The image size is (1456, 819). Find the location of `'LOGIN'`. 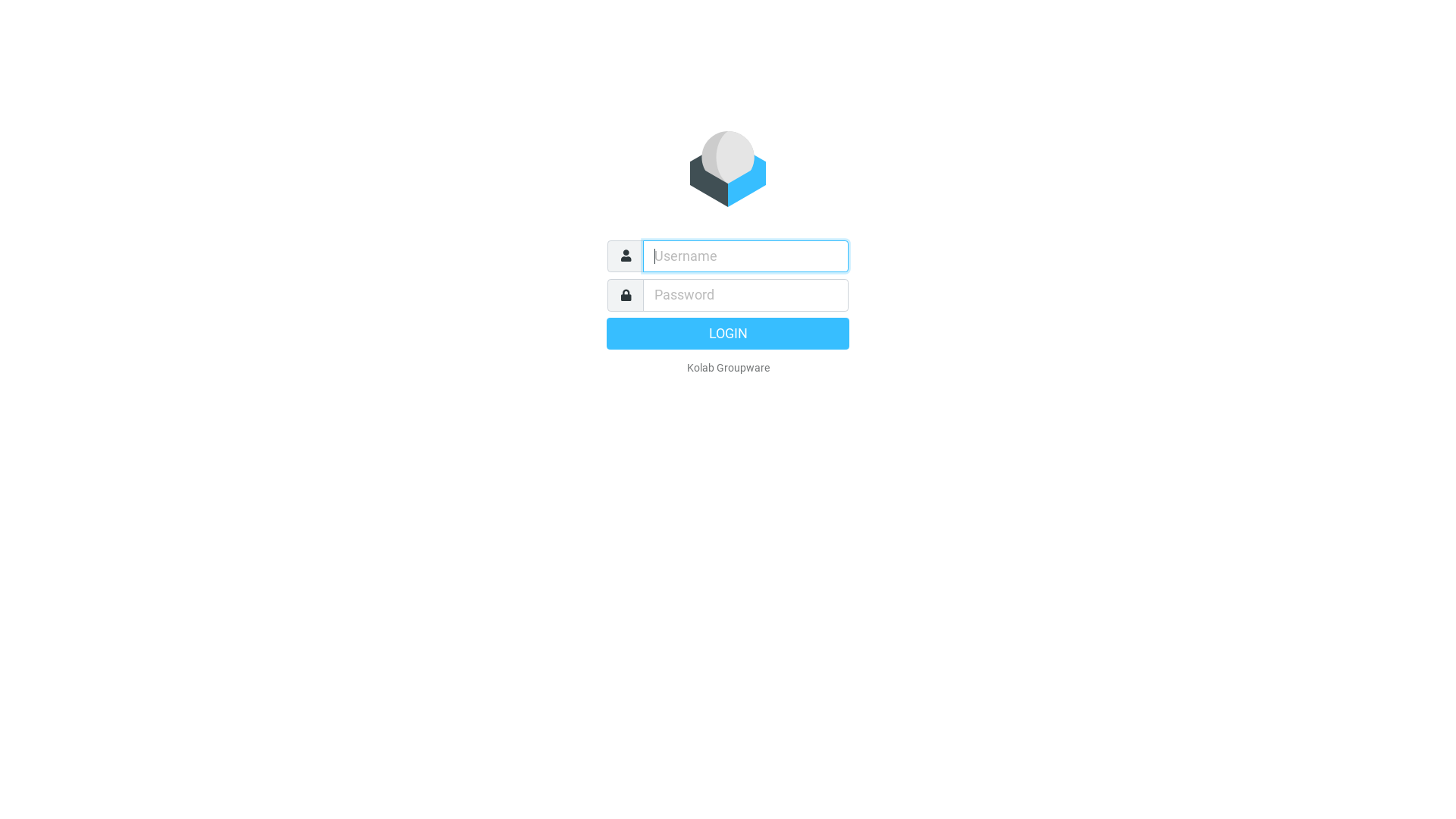

'LOGIN' is located at coordinates (728, 332).